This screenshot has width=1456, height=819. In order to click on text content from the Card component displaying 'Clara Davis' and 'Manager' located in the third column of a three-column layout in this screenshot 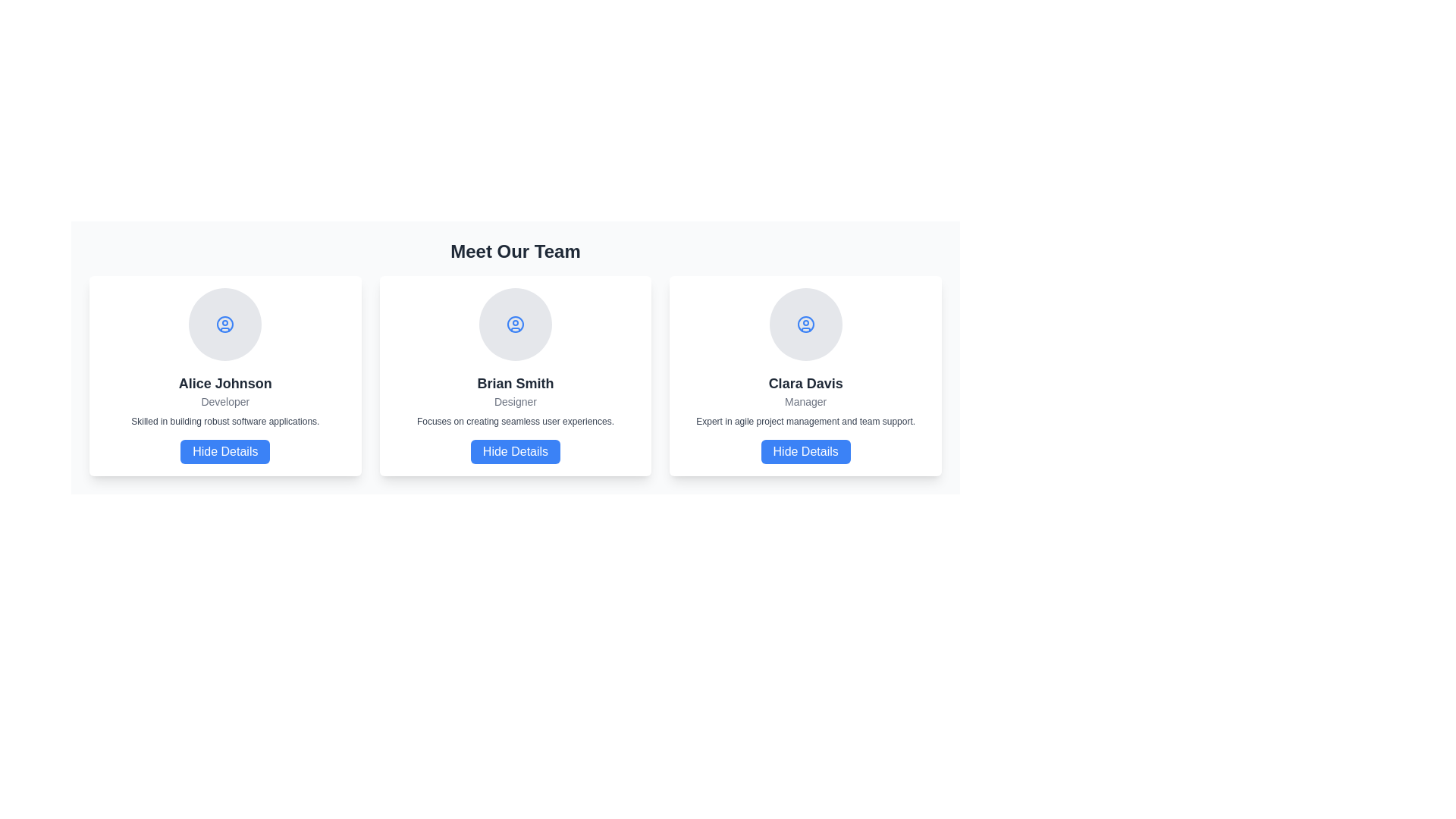, I will do `click(805, 375)`.